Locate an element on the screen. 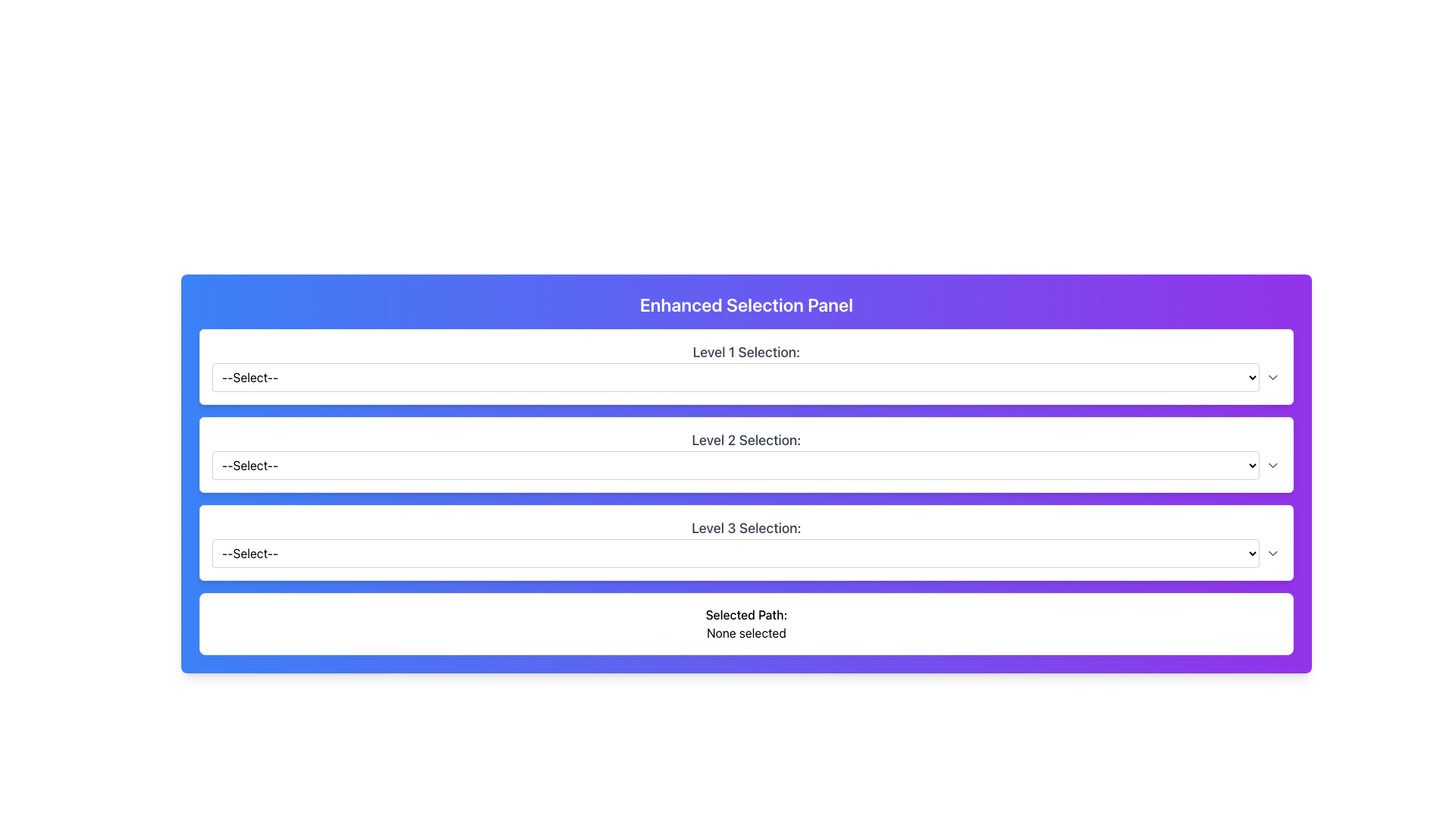 This screenshot has height=819, width=1456. the dropdown menu labeled '--Select--Electronics' is located at coordinates (746, 464).